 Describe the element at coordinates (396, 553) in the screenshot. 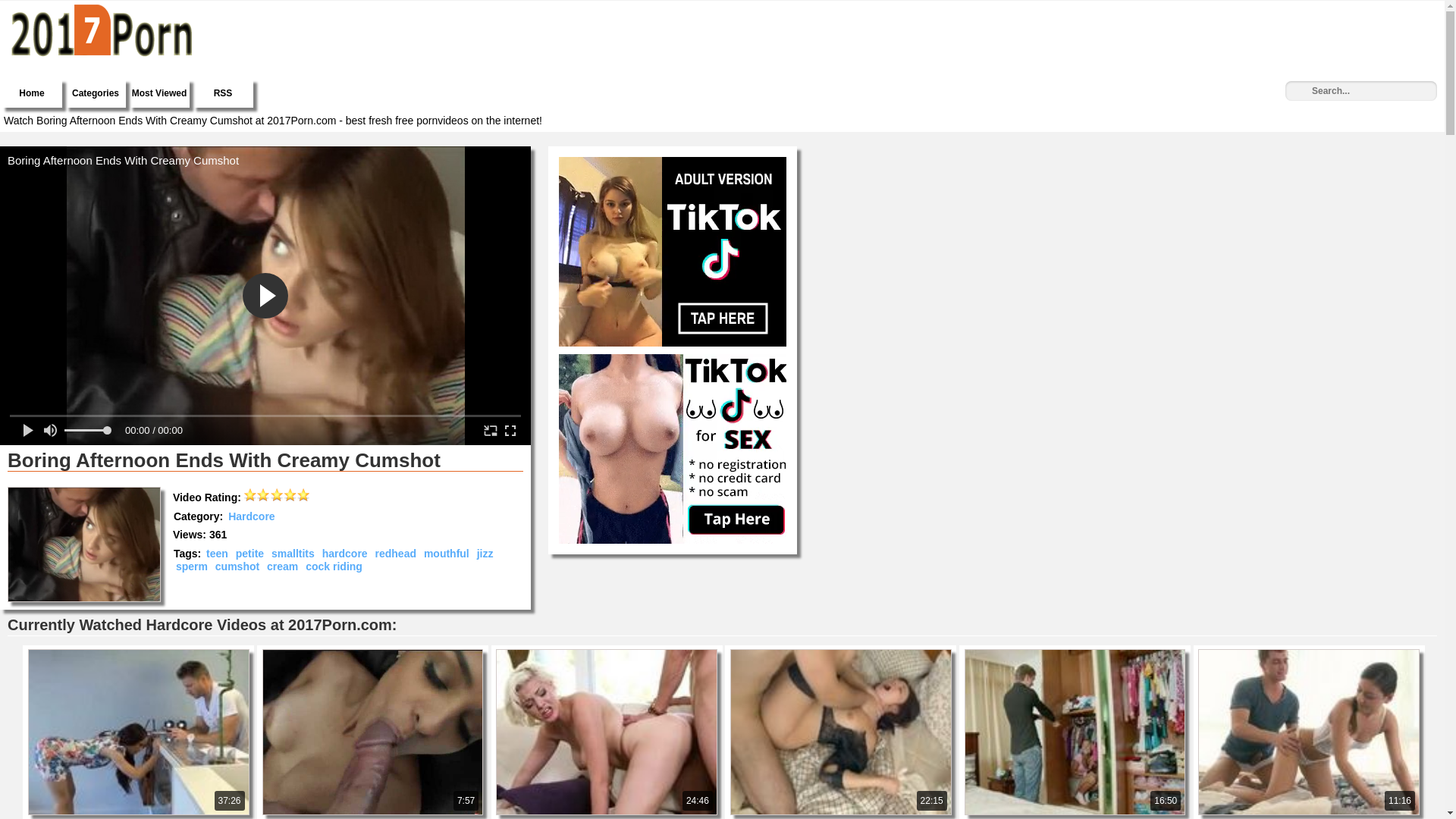

I see `'redhead'` at that location.